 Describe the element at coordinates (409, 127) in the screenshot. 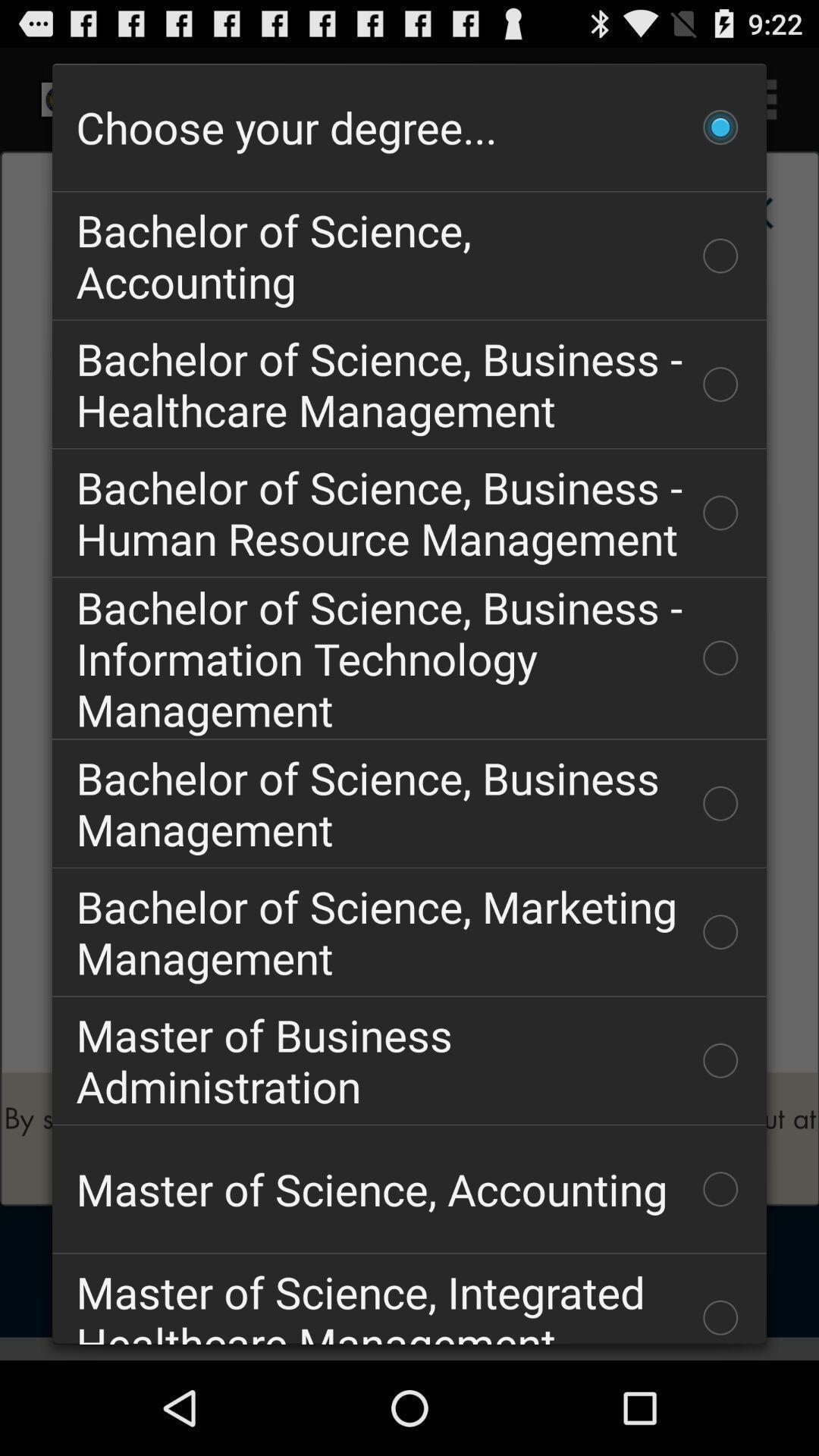

I see `icon above bachelor of science` at that location.